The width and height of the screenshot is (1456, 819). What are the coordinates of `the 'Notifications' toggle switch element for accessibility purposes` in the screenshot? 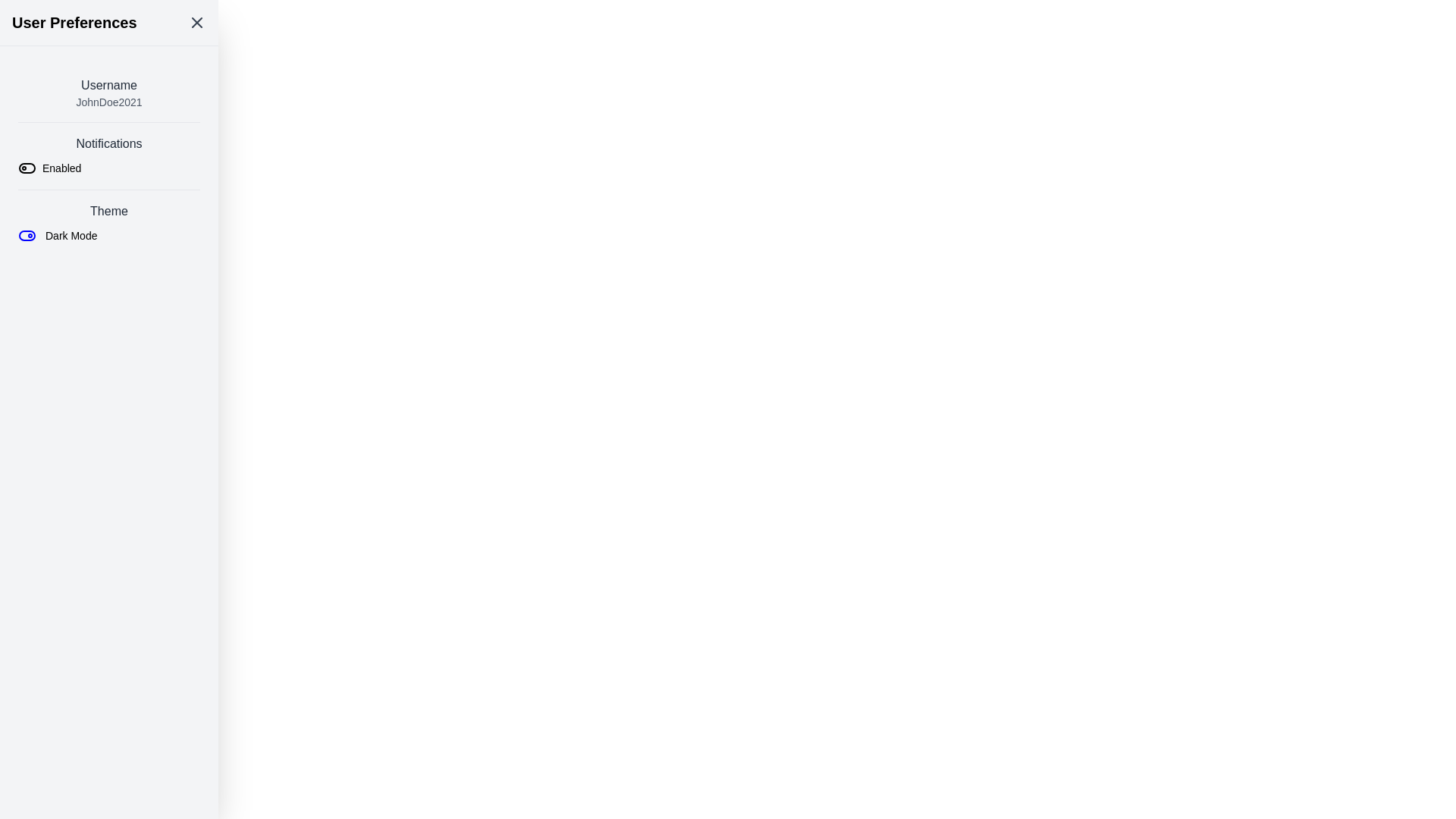 It's located at (108, 156).